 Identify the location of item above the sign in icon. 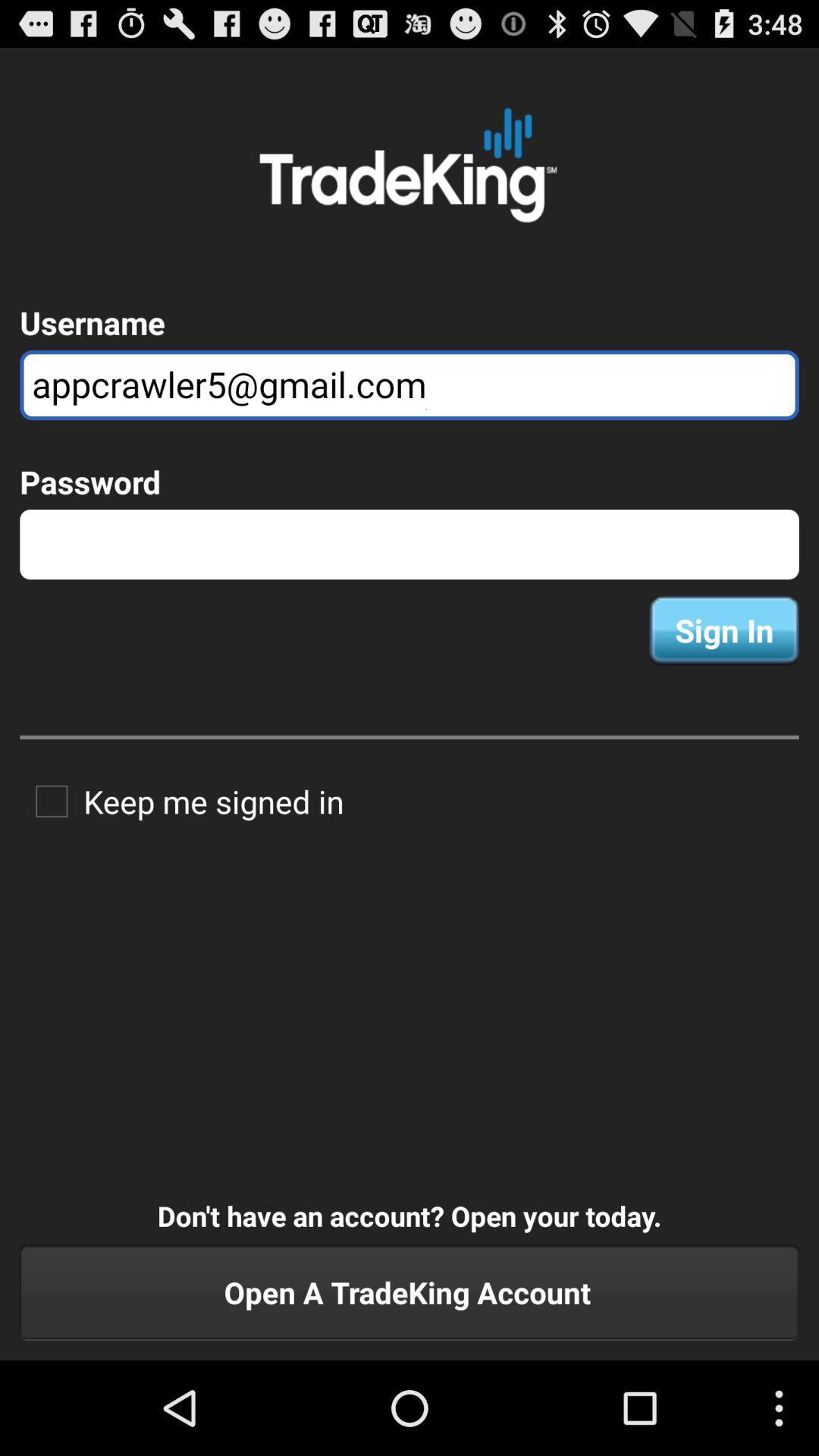
(409, 544).